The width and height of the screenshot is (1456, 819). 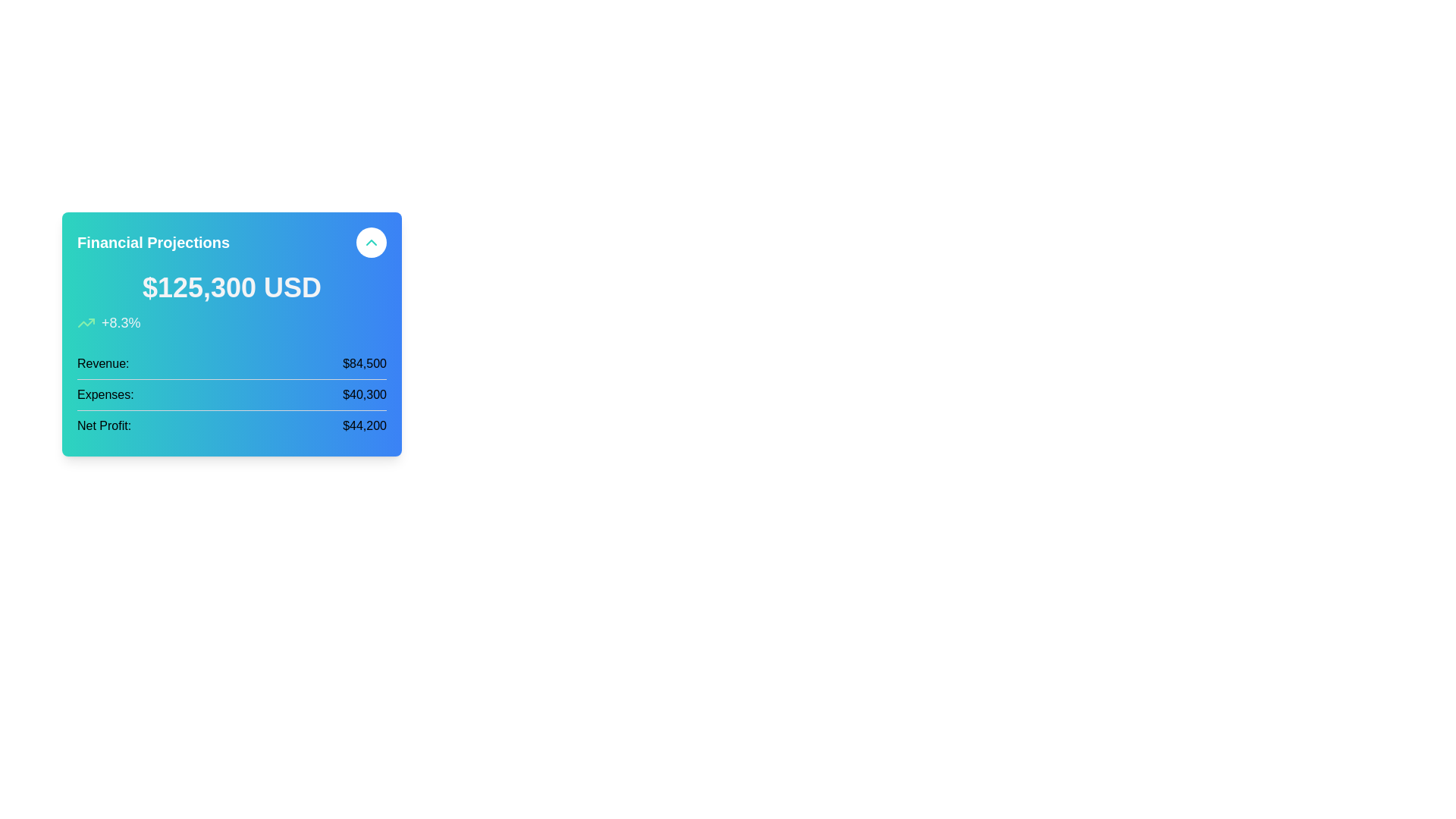 I want to click on the green upward trend icon in the line chart, which is located near the top-right corner of the financial projections card, so click(x=86, y=322).